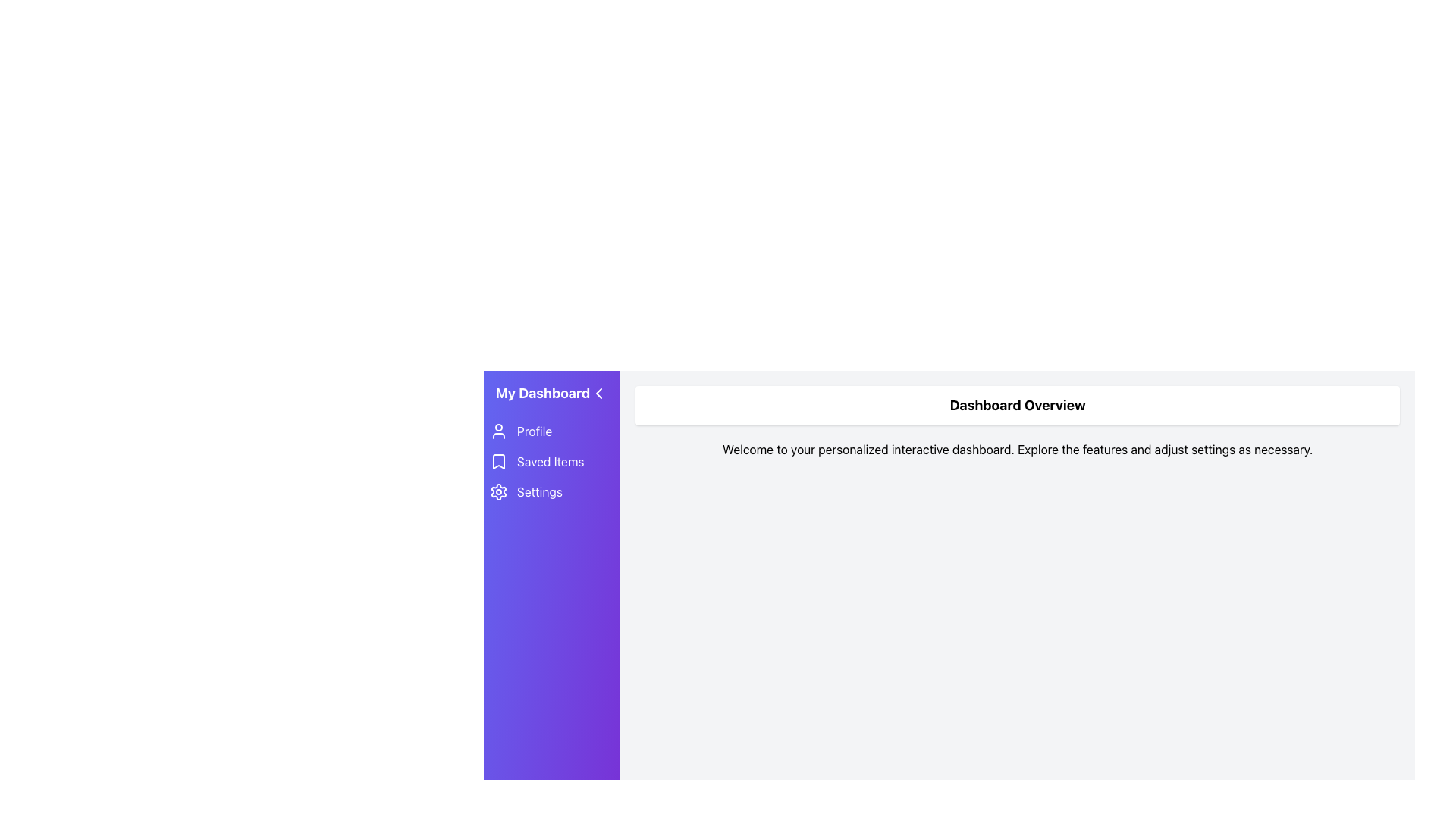  What do you see at coordinates (598, 393) in the screenshot?
I see `the button with an icon located to the far-right of the title 'My Dashboard' in the header section of the sidebar` at bounding box center [598, 393].